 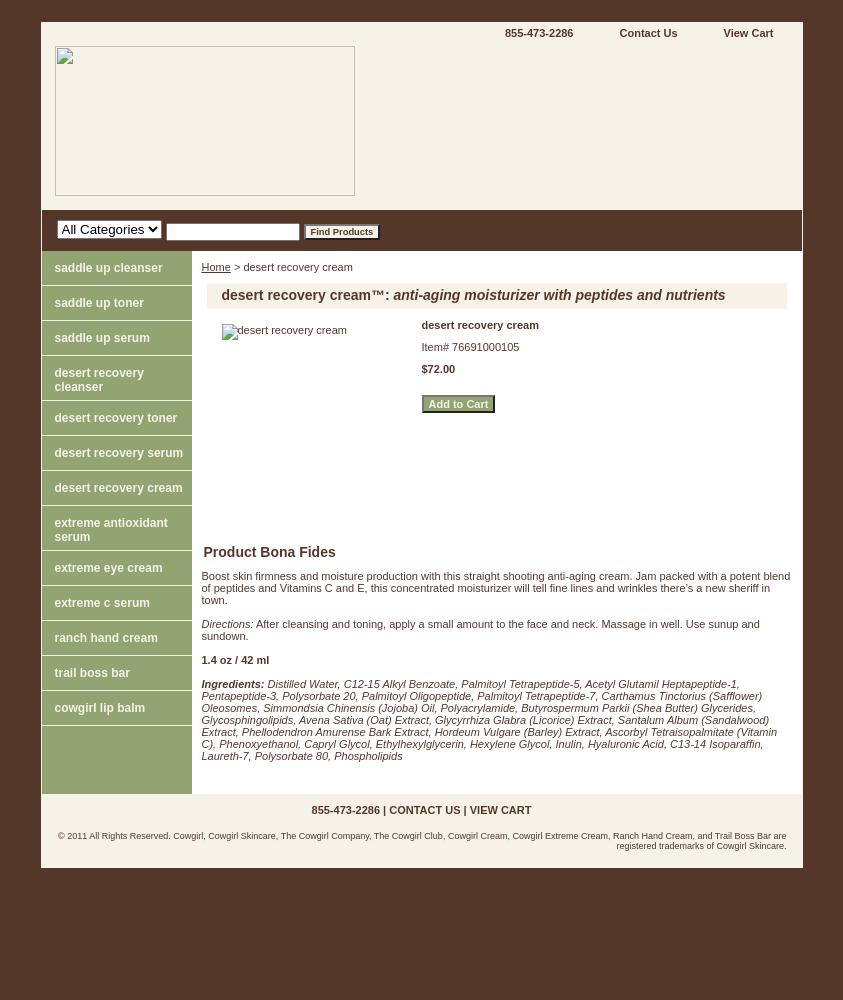 What do you see at coordinates (200, 622) in the screenshot?
I see `'Directions:'` at bounding box center [200, 622].